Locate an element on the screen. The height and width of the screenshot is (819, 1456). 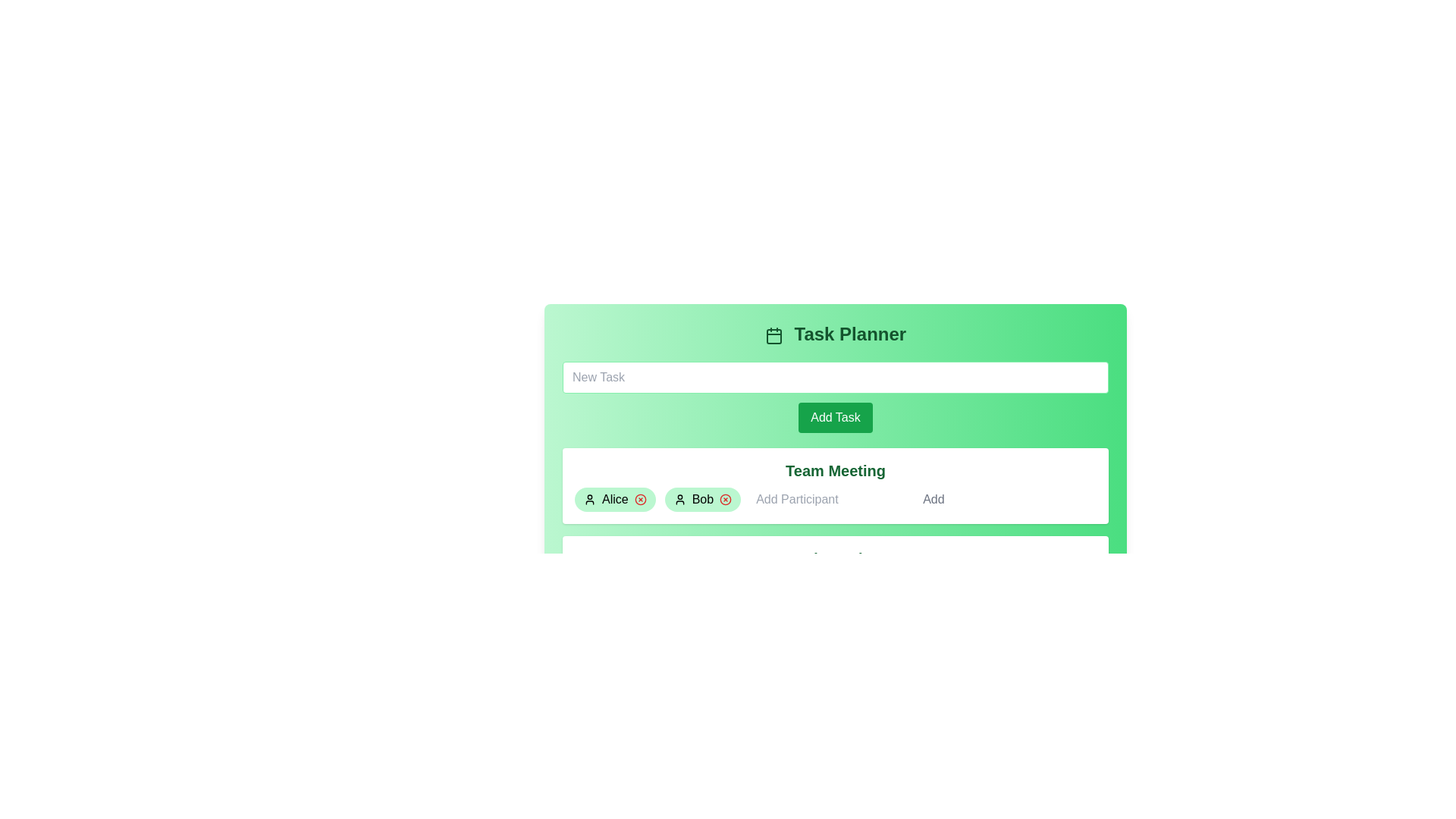
the 'Add Task' button located centrally beneath the 'New Task' input field is located at coordinates (835, 418).